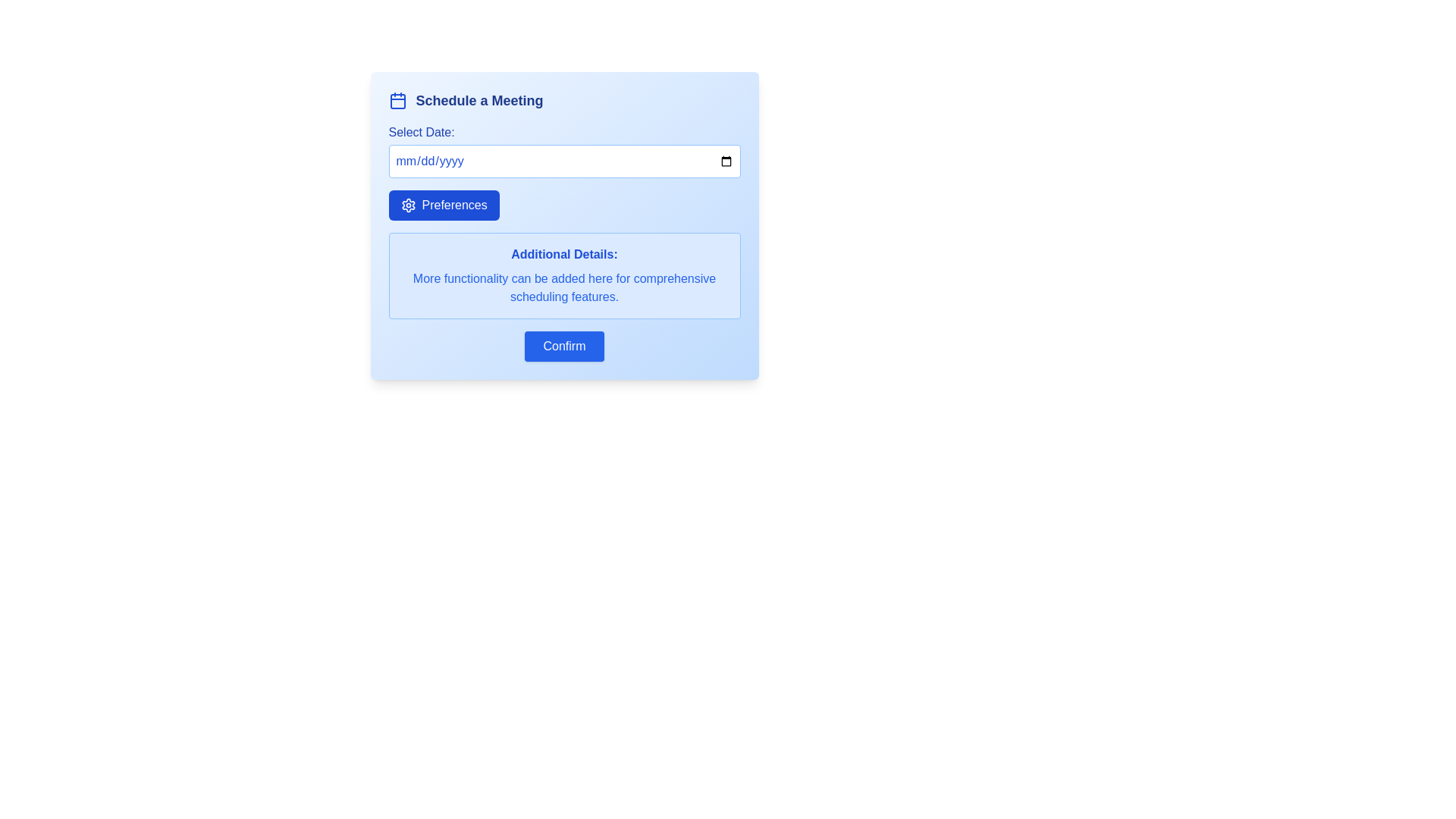 This screenshot has height=819, width=1456. I want to click on the heading text 'Schedule a Meeting' which is displayed in bold dark blue font and positioned to the right of the calendar icon in the blue scheduling interface panel, so click(479, 100).